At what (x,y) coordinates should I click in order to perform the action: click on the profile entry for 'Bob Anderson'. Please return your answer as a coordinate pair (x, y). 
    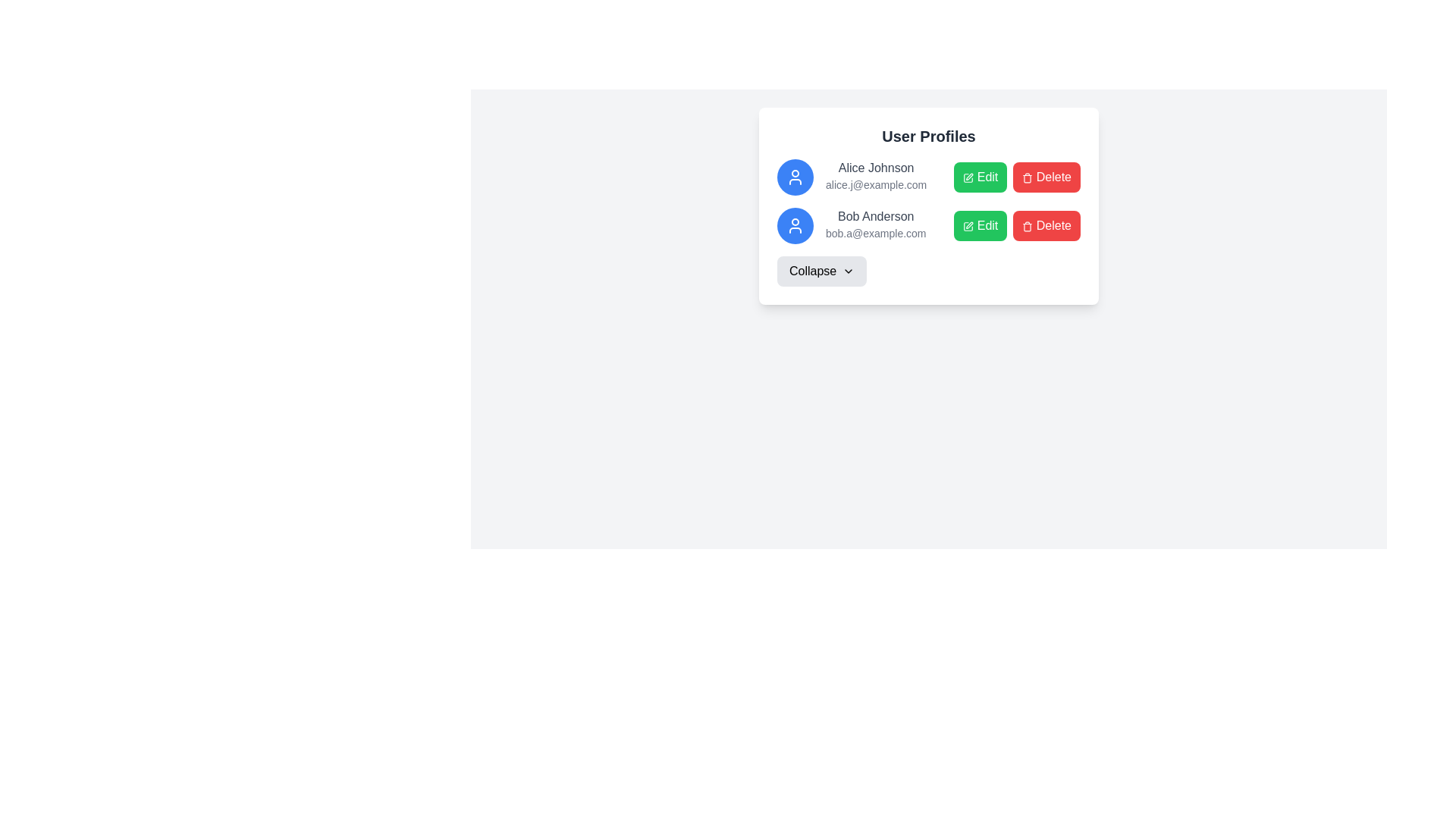
    Looking at the image, I should click on (852, 225).